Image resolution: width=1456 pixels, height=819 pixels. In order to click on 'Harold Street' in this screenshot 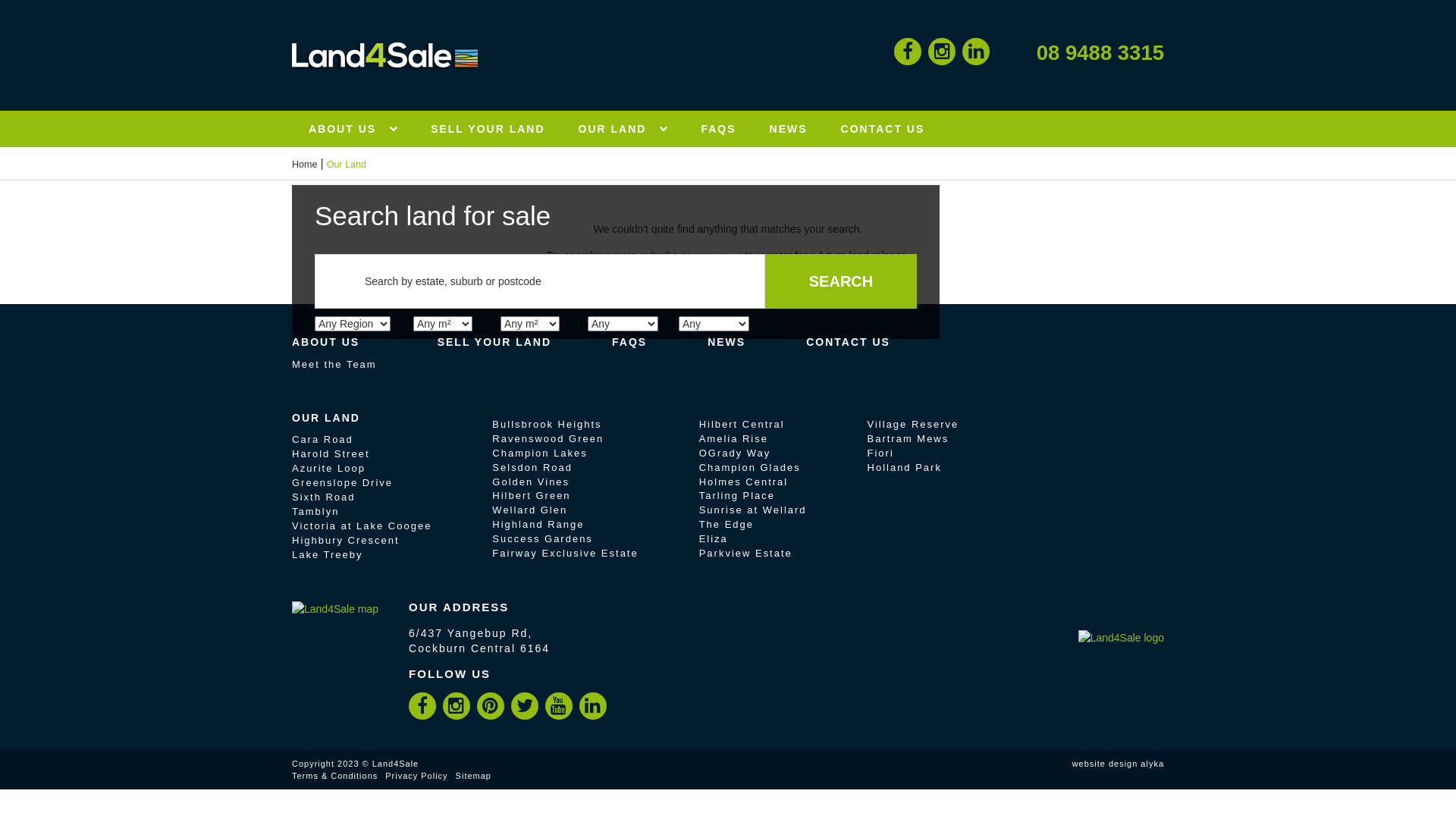, I will do `click(291, 453)`.